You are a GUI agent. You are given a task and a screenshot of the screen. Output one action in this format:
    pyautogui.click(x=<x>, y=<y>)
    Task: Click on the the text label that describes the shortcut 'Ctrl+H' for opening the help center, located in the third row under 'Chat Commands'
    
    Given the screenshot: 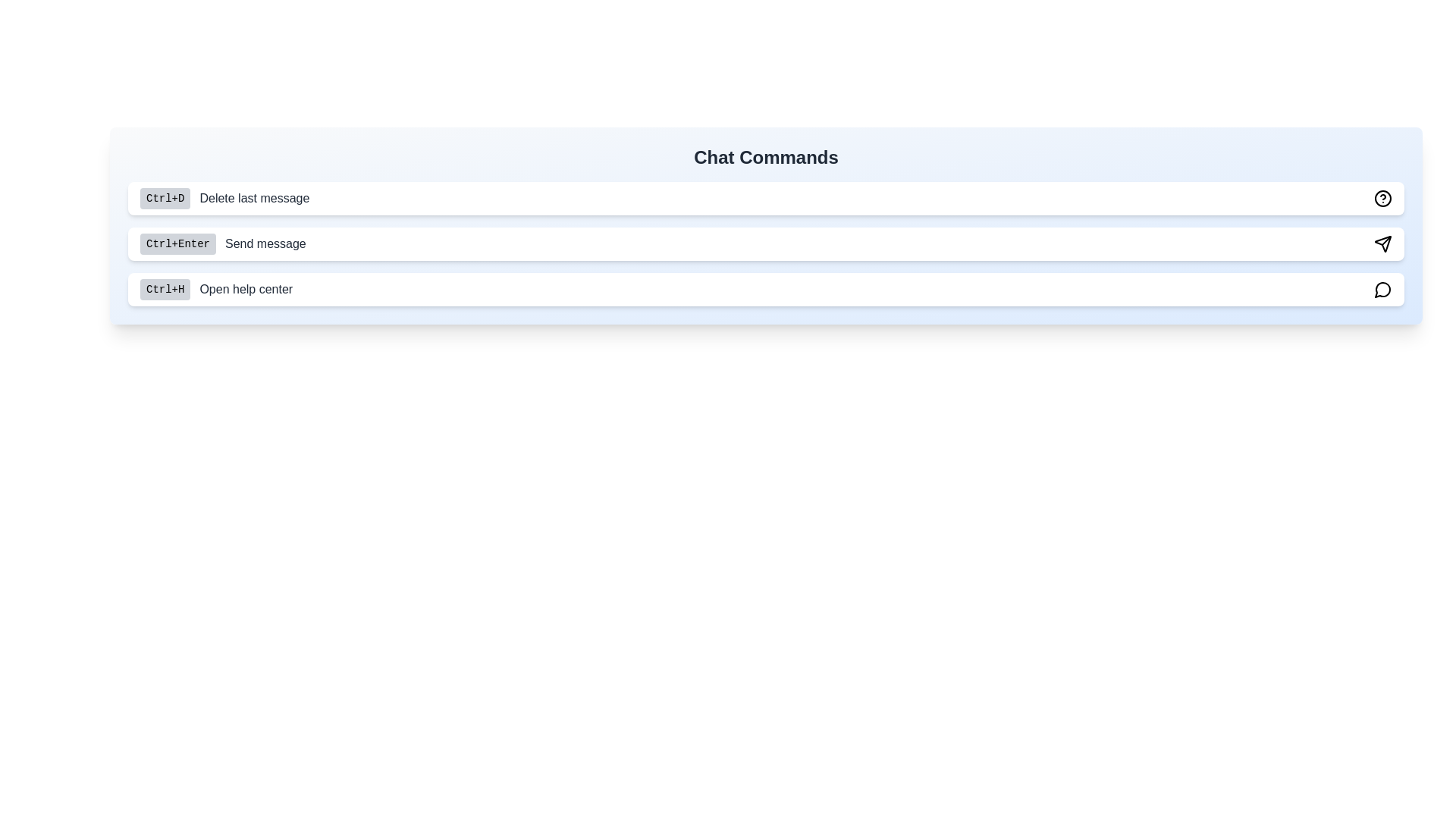 What is the action you would take?
    pyautogui.click(x=246, y=289)
    